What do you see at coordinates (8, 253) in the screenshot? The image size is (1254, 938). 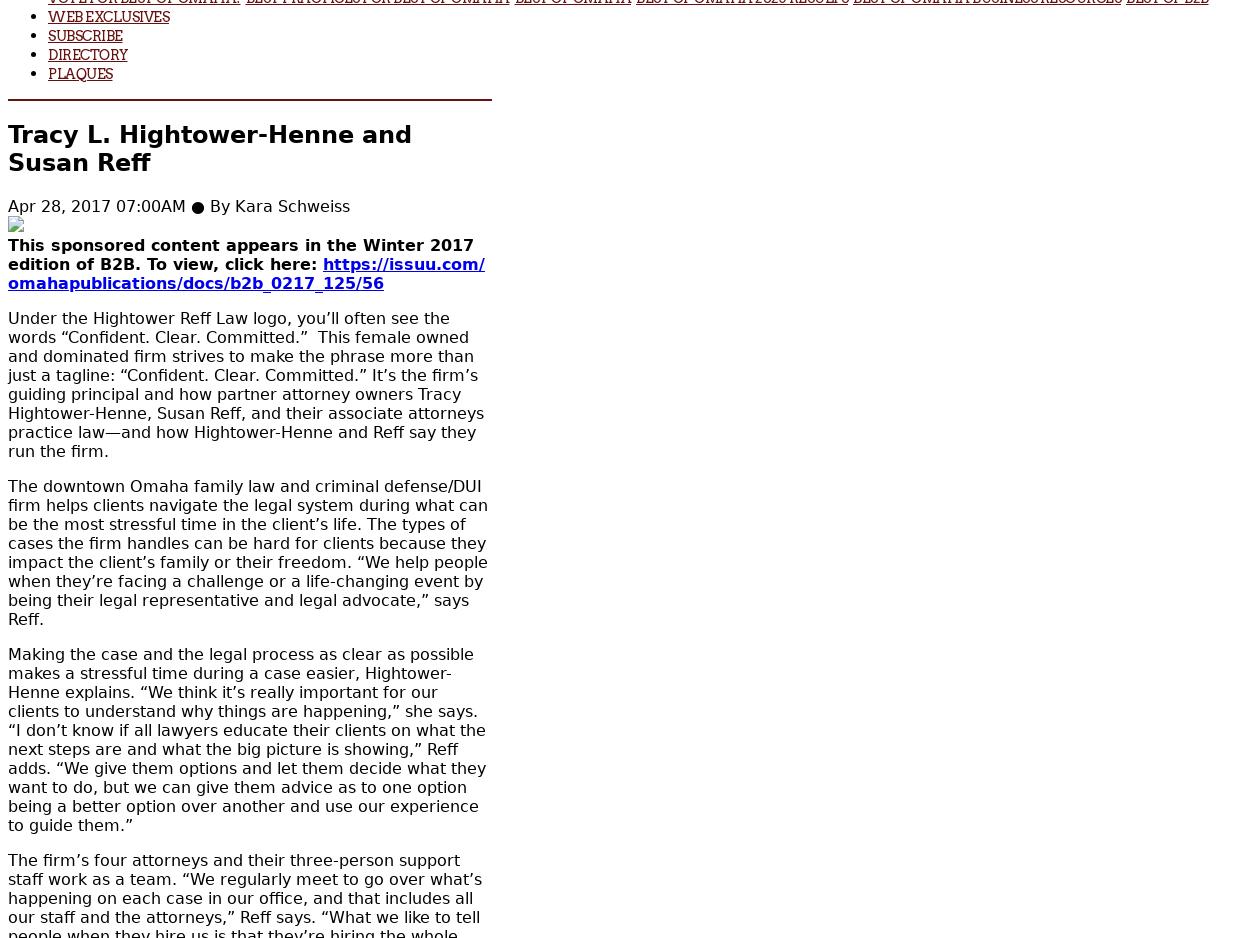 I see `'This sponsored content appears in the Winter 2017 edition of B2B. To view, click here:'` at bounding box center [8, 253].